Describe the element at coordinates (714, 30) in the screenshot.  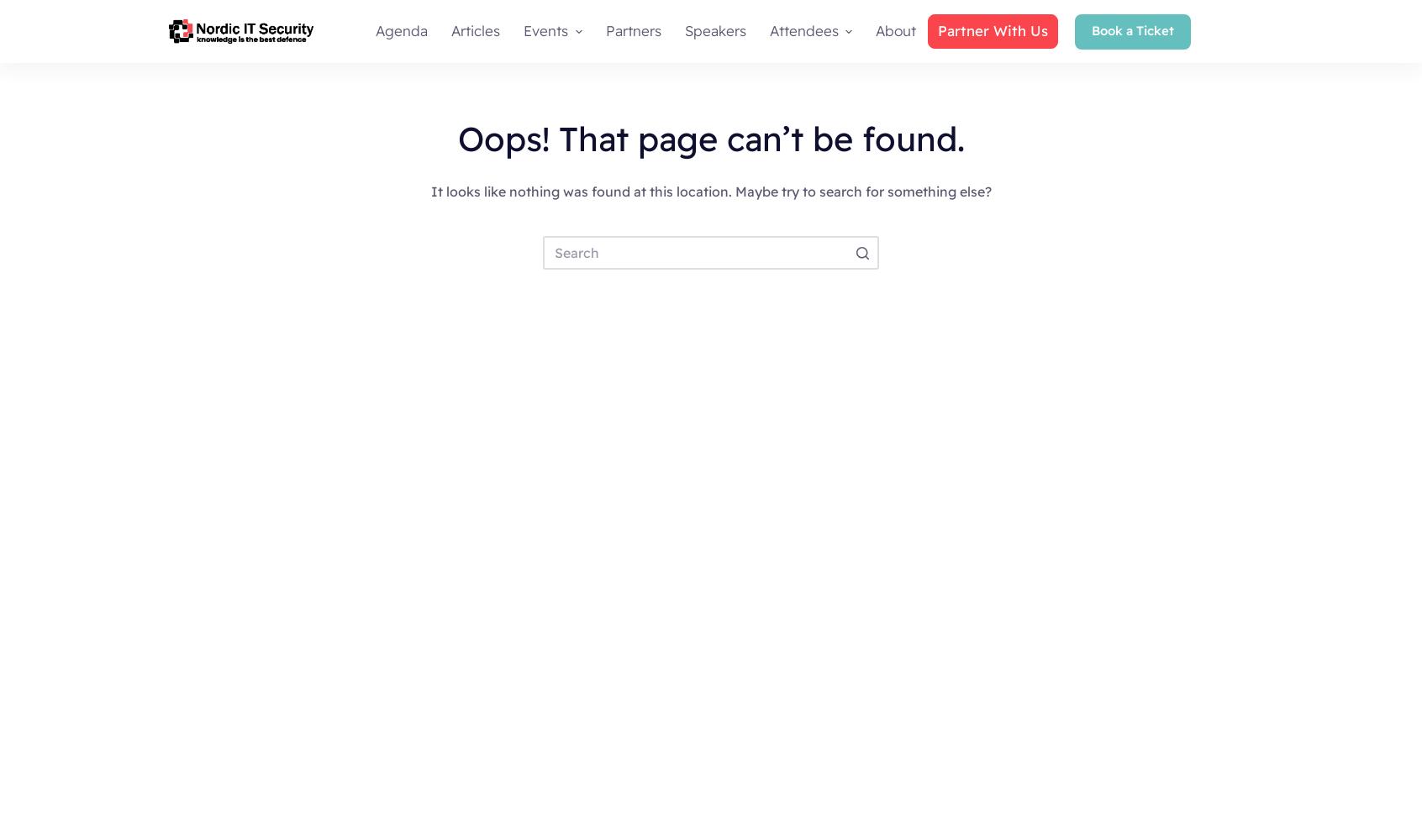
I see `'Speakers'` at that location.